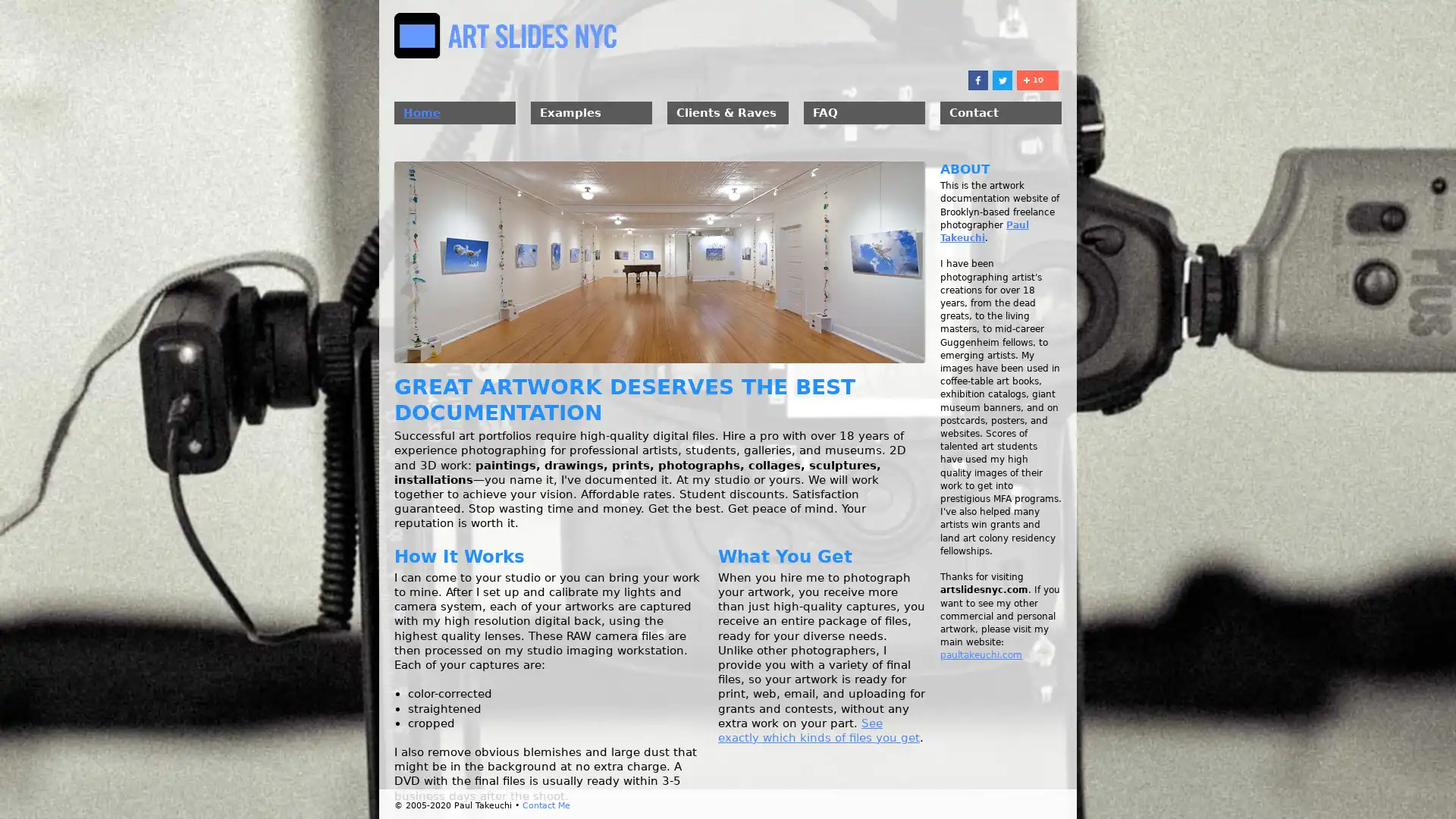 Image resolution: width=1456 pixels, height=819 pixels. What do you see at coordinates (1005, 79) in the screenshot?
I see `Share to Twitter` at bounding box center [1005, 79].